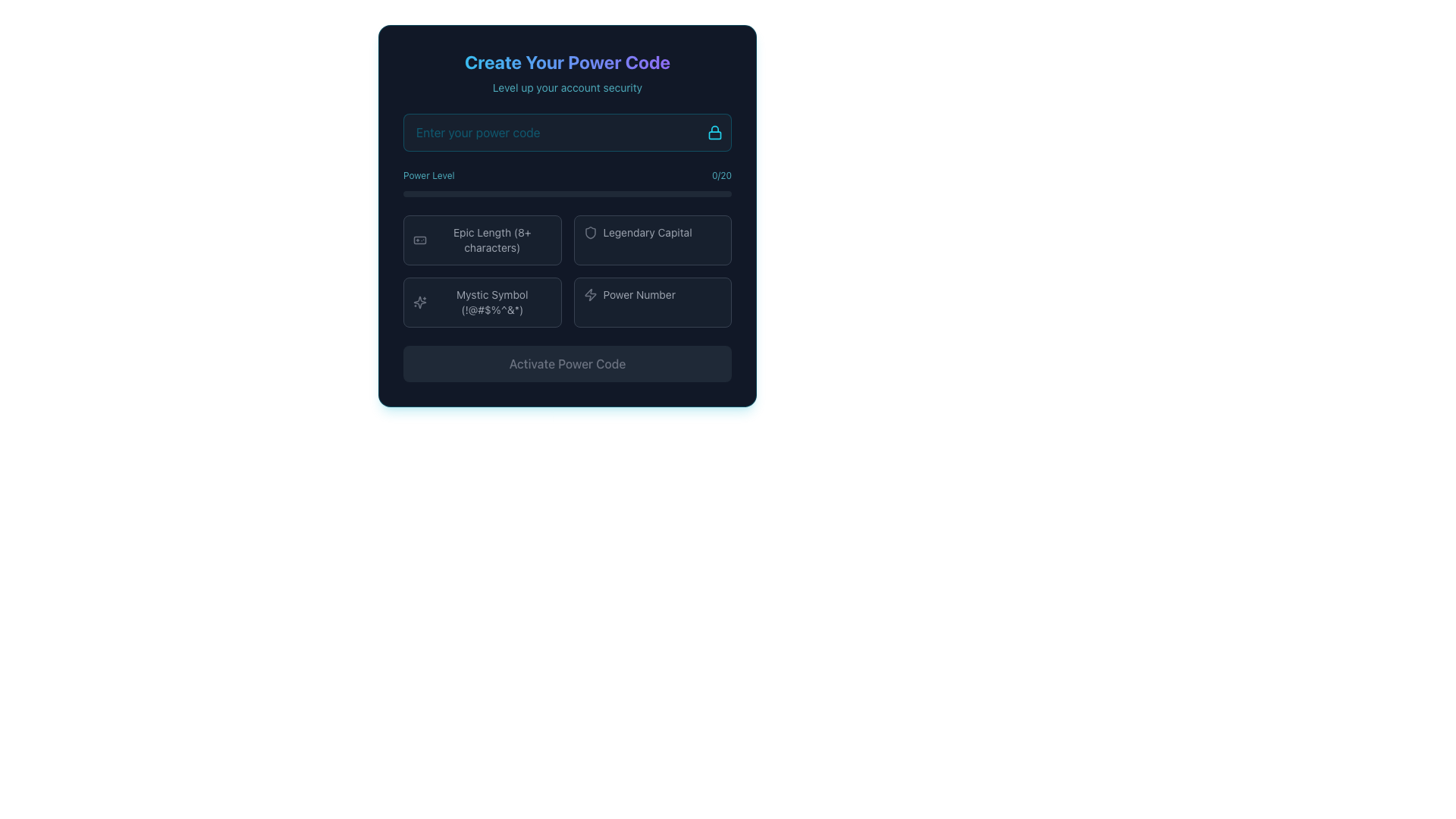 The width and height of the screenshot is (1456, 819). Describe the element at coordinates (652, 233) in the screenshot. I see `the 'Legendary Capital' selectable label featuring a shield-like icon` at that location.